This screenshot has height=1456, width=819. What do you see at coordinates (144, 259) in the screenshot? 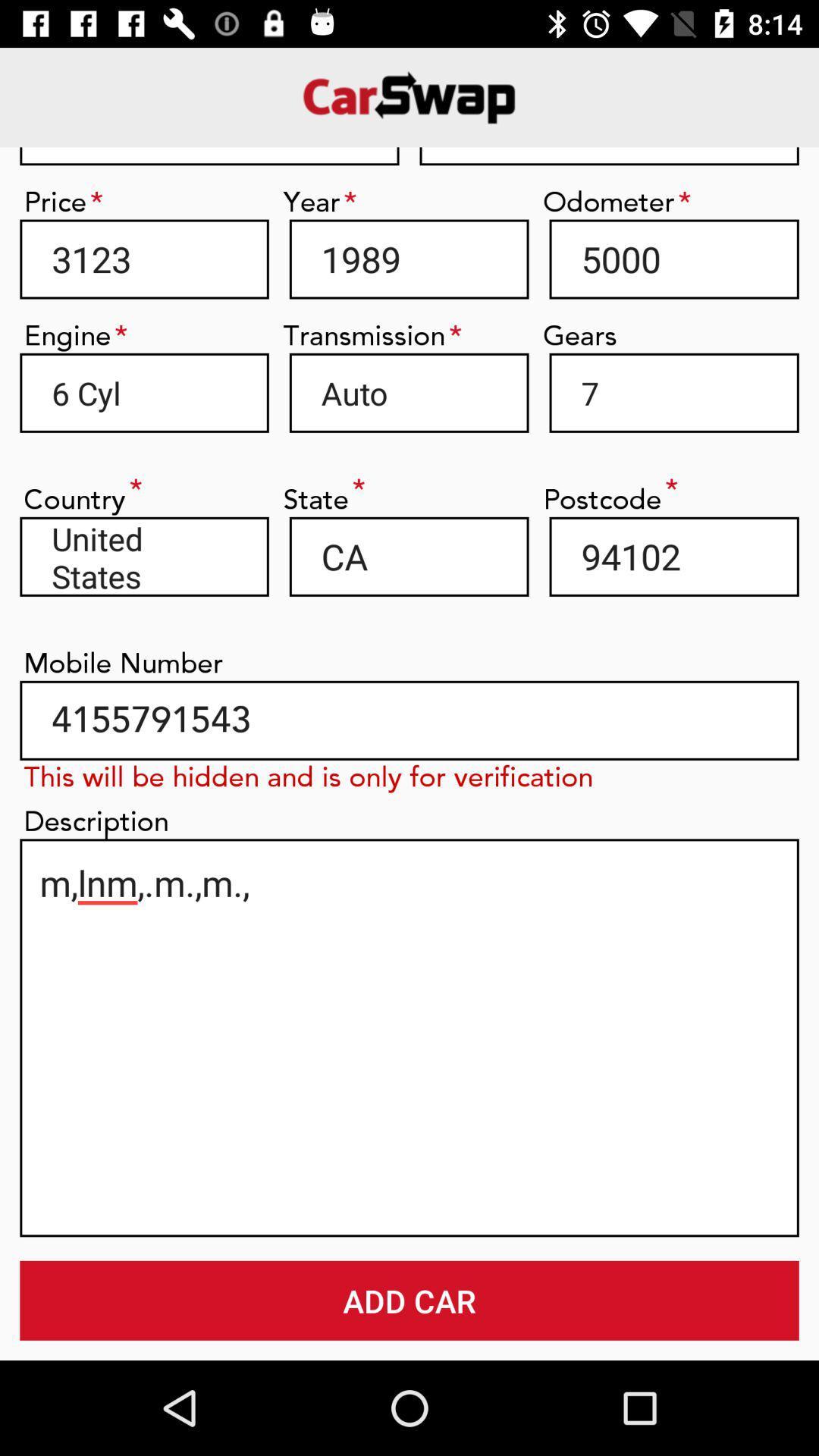
I see `3123` at bounding box center [144, 259].